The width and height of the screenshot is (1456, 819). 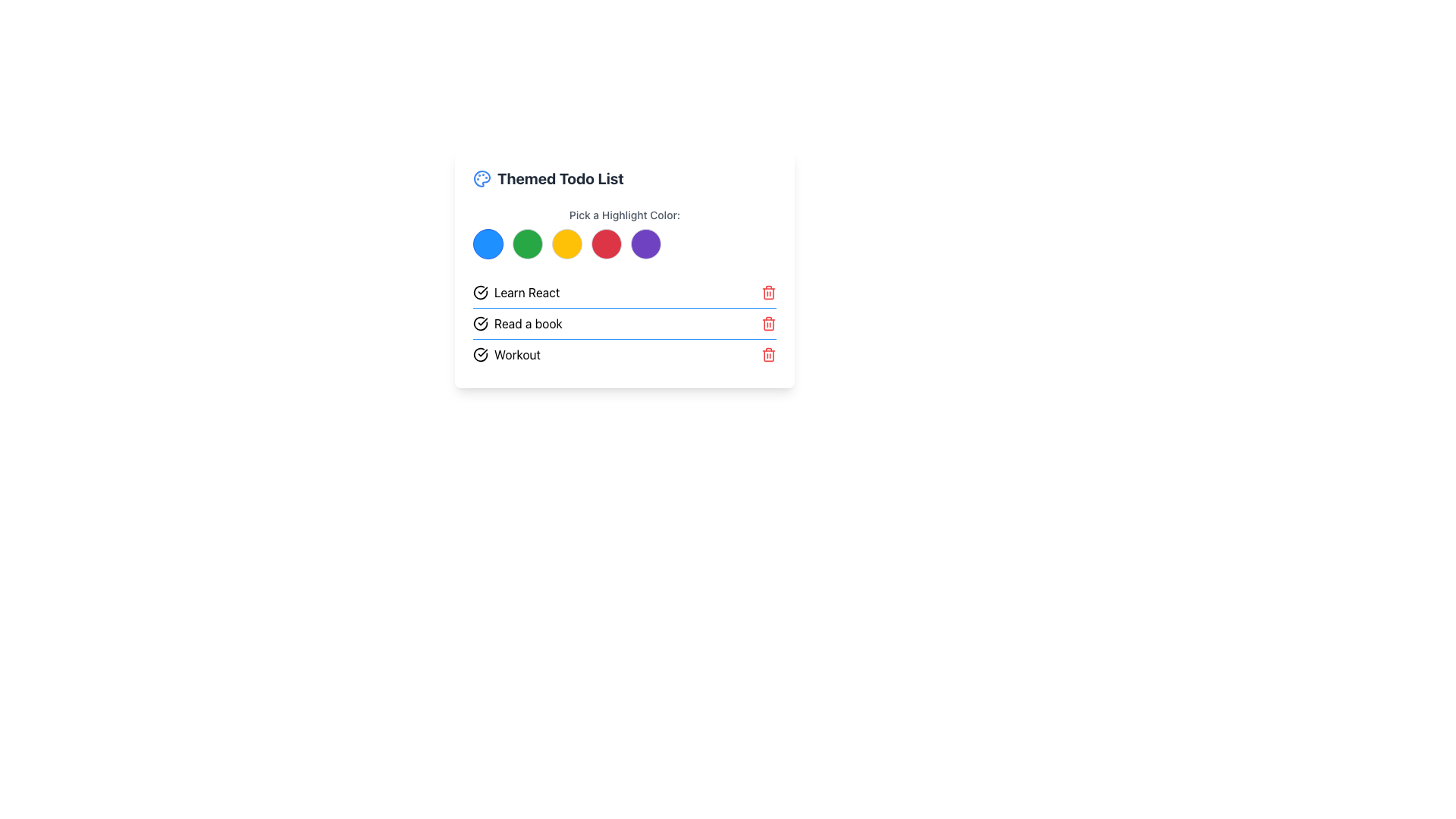 What do you see at coordinates (516, 292) in the screenshot?
I see `the text label for the first task in the themed todo list, which is positioned above the entries 'Read a book' and 'Workout'` at bounding box center [516, 292].